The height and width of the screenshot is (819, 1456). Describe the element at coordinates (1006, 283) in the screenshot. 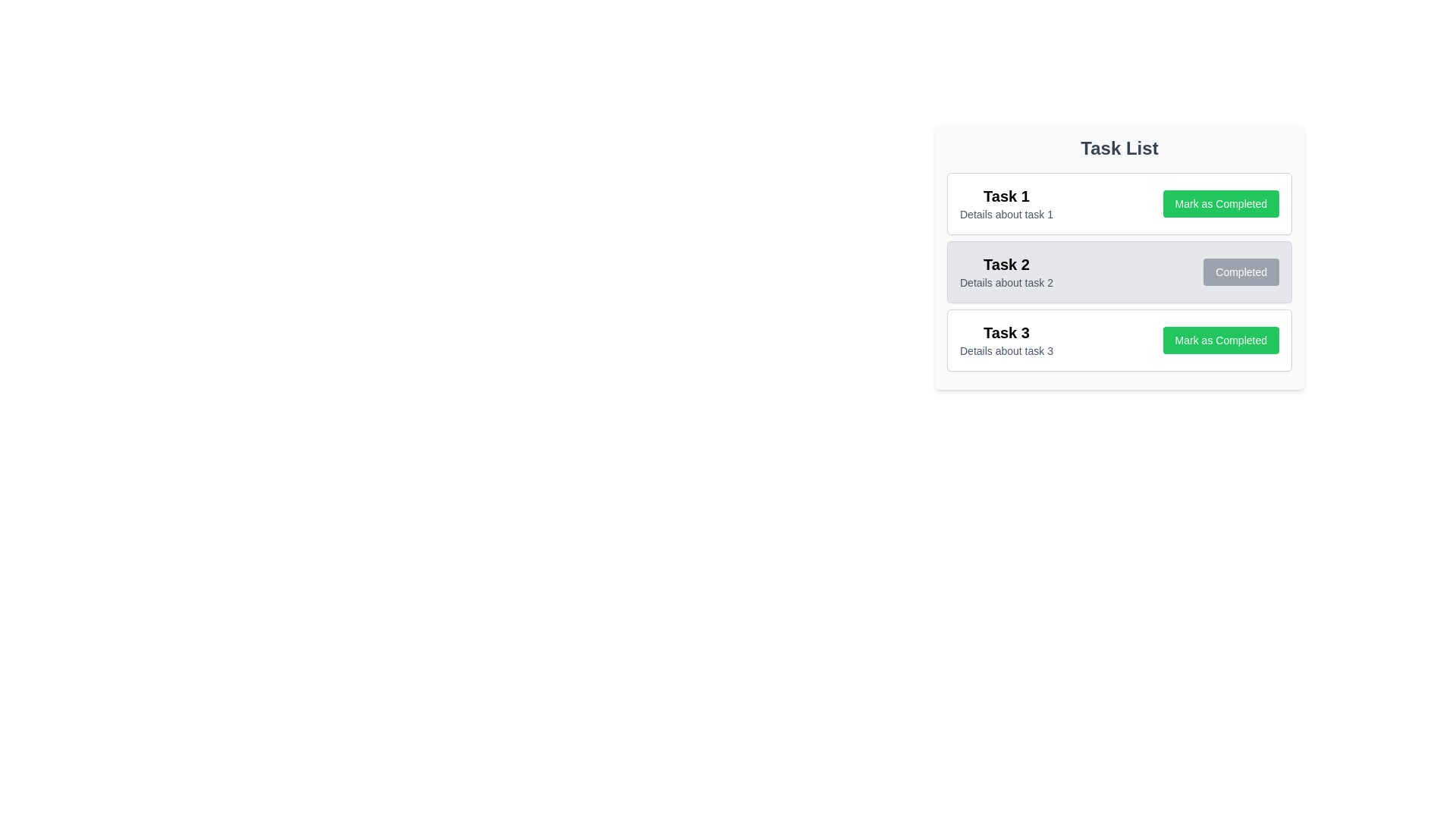

I see `the textual label displaying 'Details about task 2', which is located beneath the title 'Task 2' in the task list interface` at that location.